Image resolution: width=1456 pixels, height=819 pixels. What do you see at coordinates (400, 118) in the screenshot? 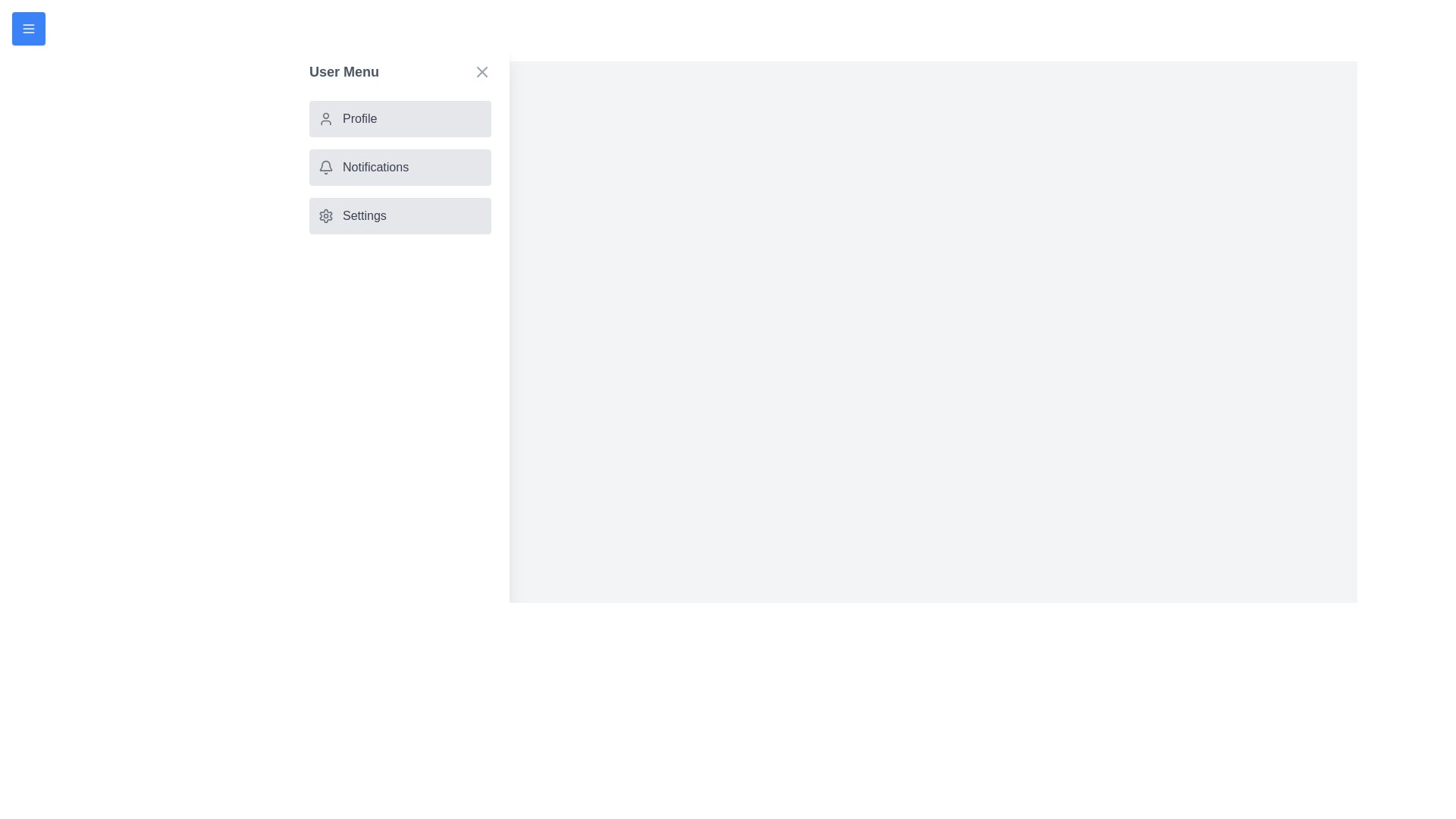
I see `the menu item Profile from the drawer` at bounding box center [400, 118].